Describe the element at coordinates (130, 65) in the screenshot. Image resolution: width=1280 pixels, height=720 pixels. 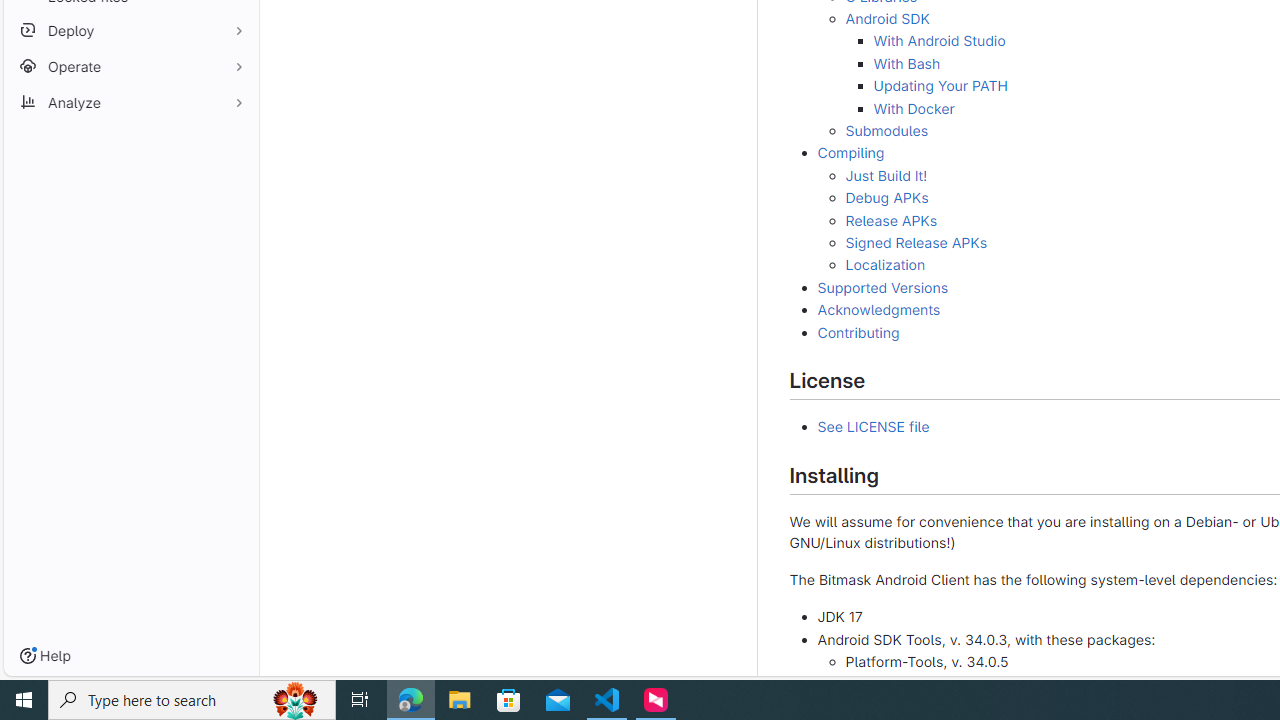
I see `'Operate'` at that location.